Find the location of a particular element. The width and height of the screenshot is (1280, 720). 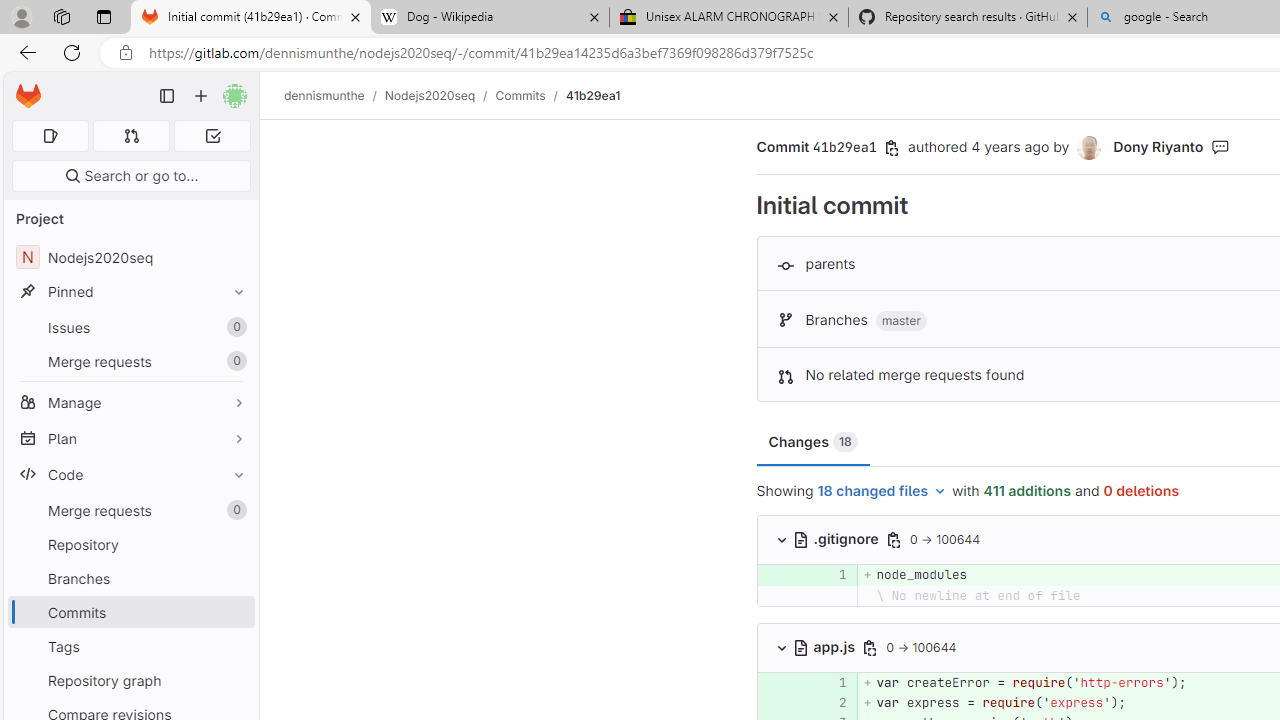

'NNodejs2020seq' is located at coordinates (130, 256).